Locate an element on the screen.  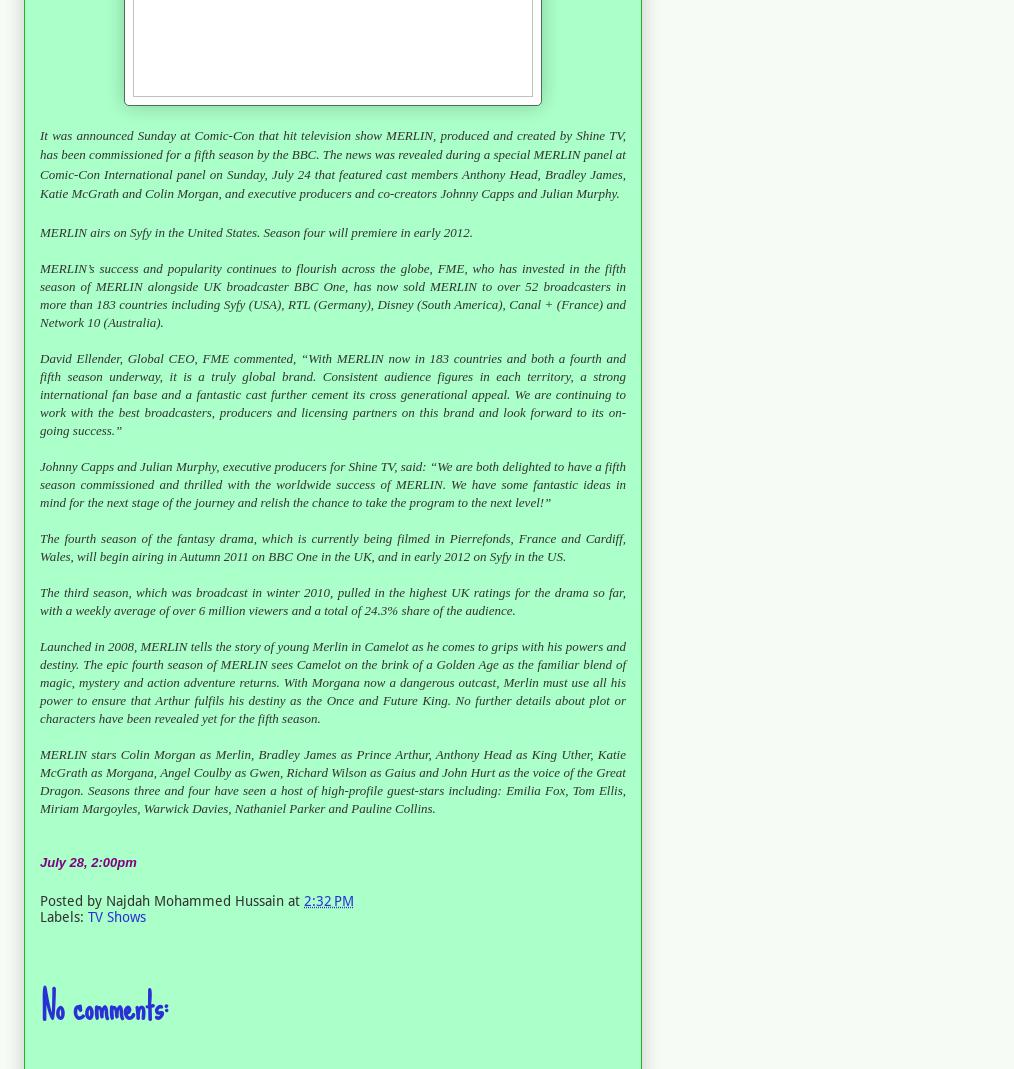
'No comments:' is located at coordinates (104, 1007).